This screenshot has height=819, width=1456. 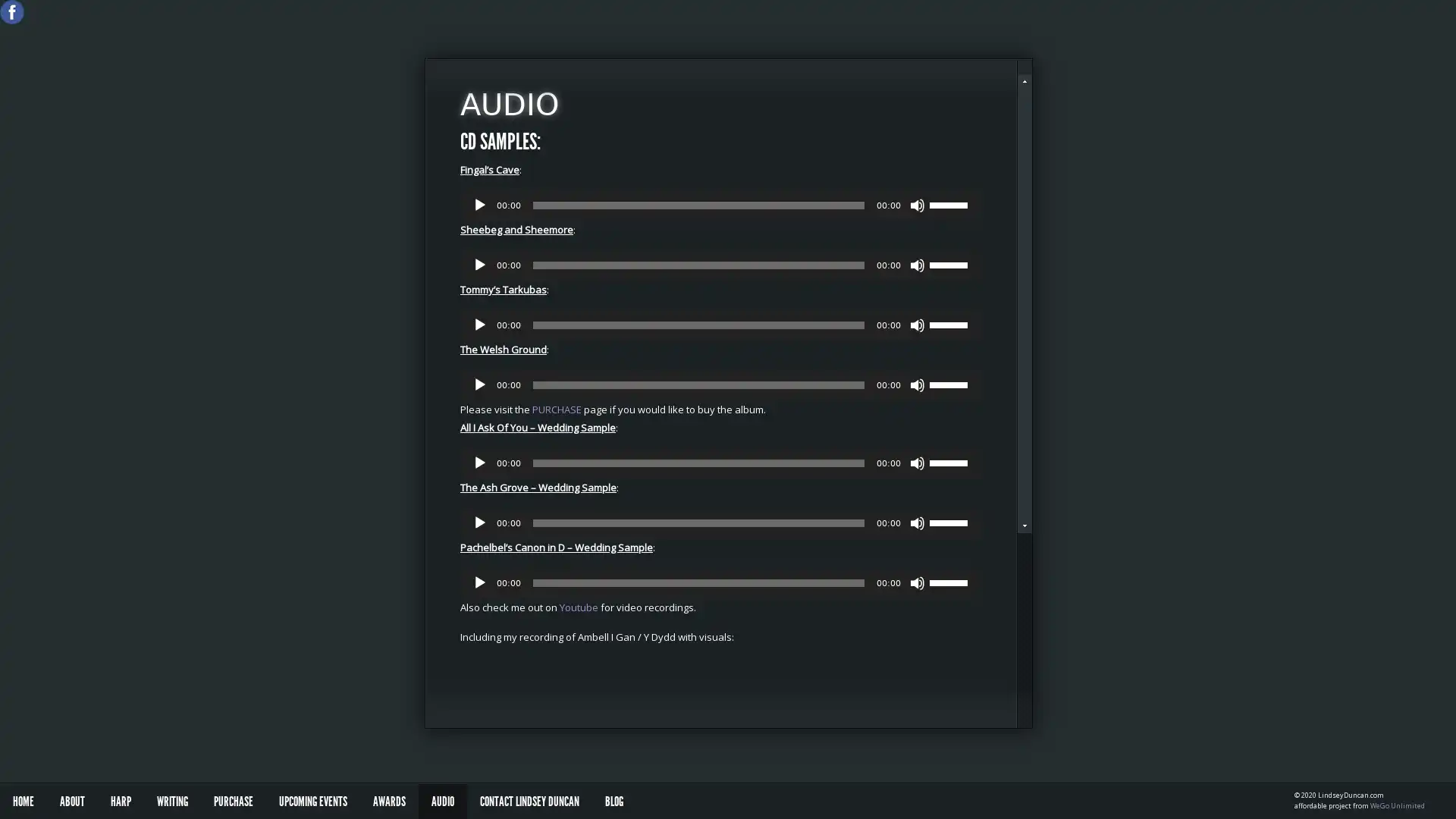 What do you see at coordinates (916, 522) in the screenshot?
I see `Mute` at bounding box center [916, 522].